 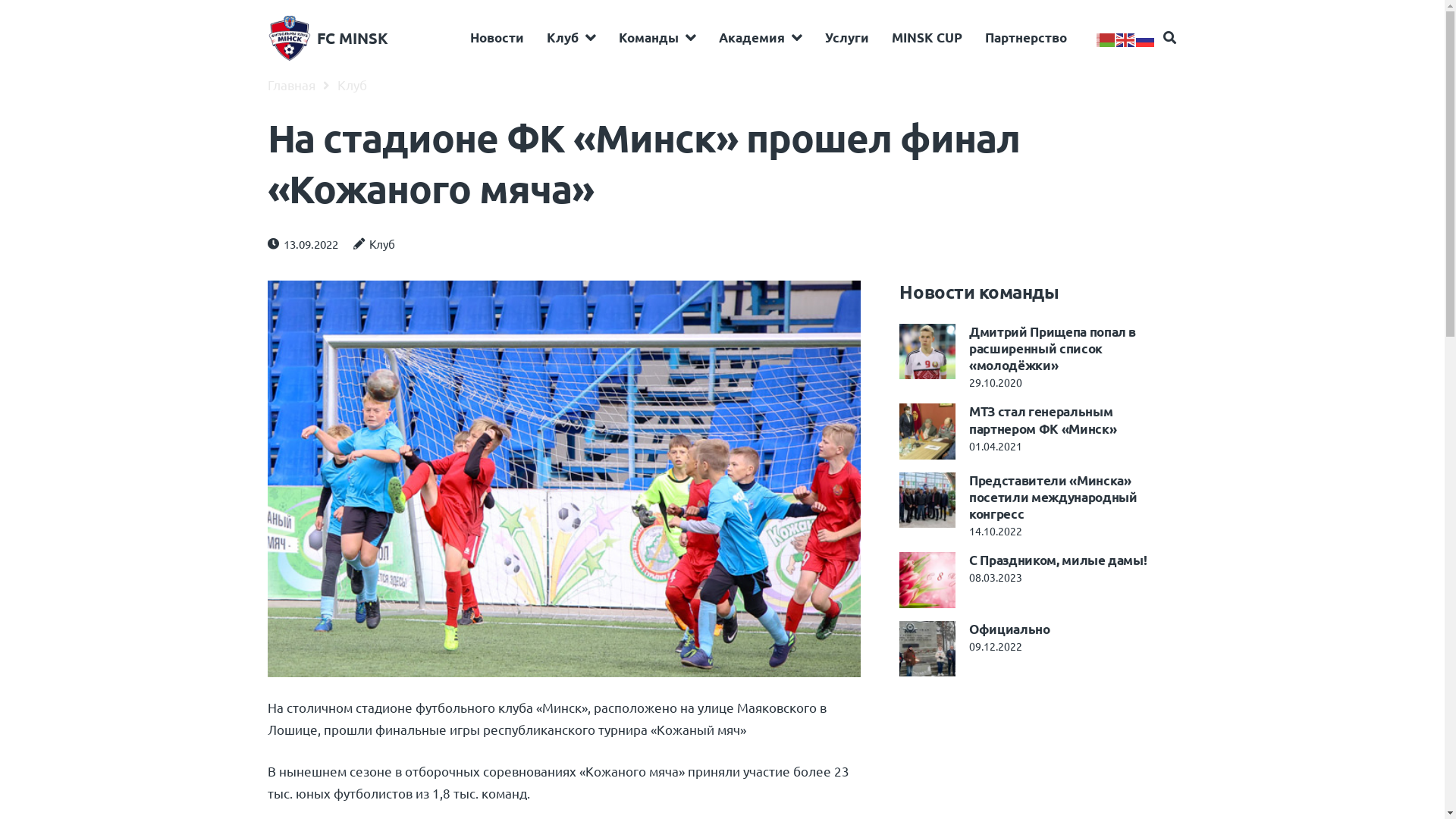 I want to click on 'FC MINSK', so click(x=352, y=37).